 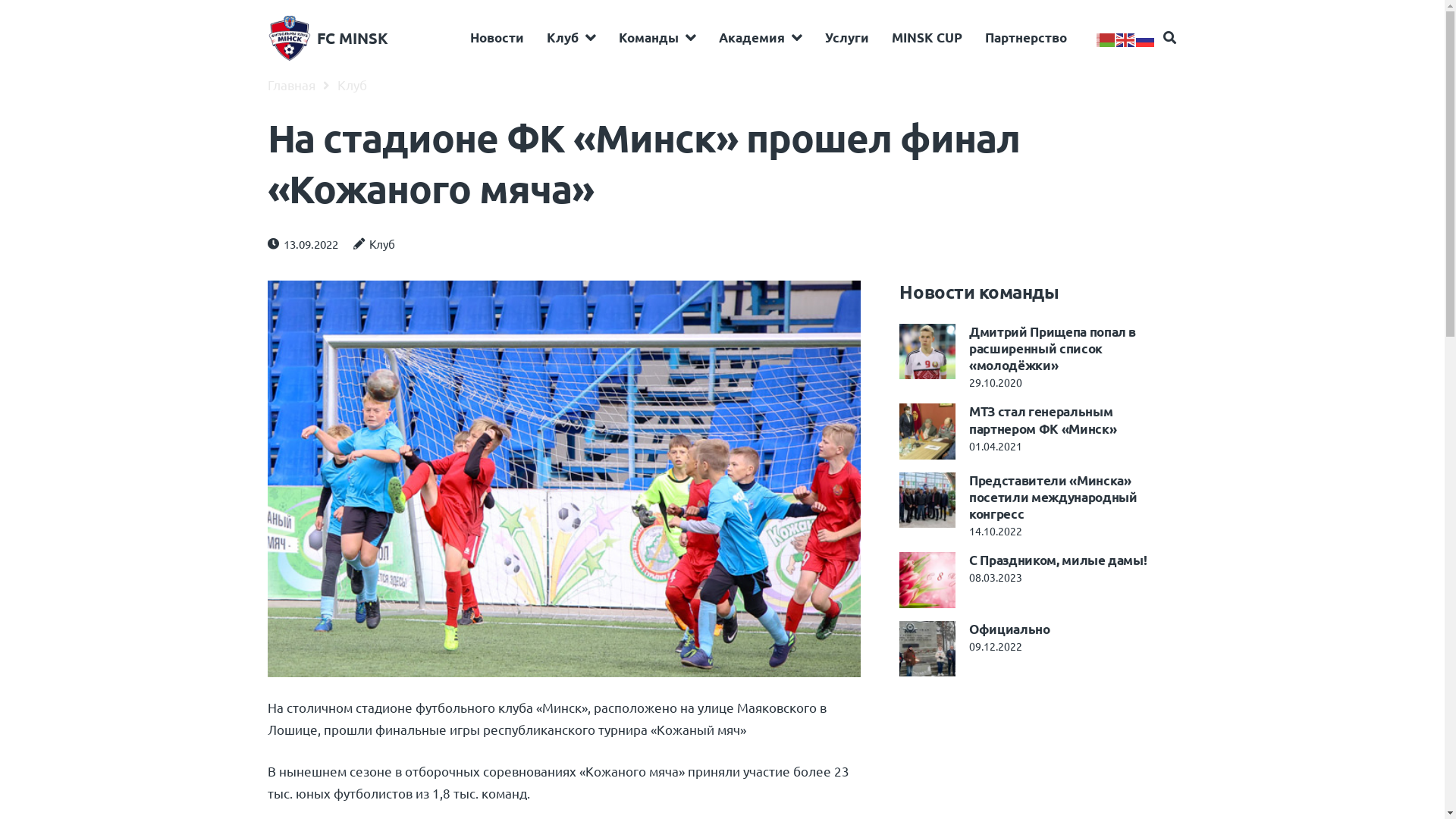 I want to click on 'FC MINSK', so click(x=352, y=37).